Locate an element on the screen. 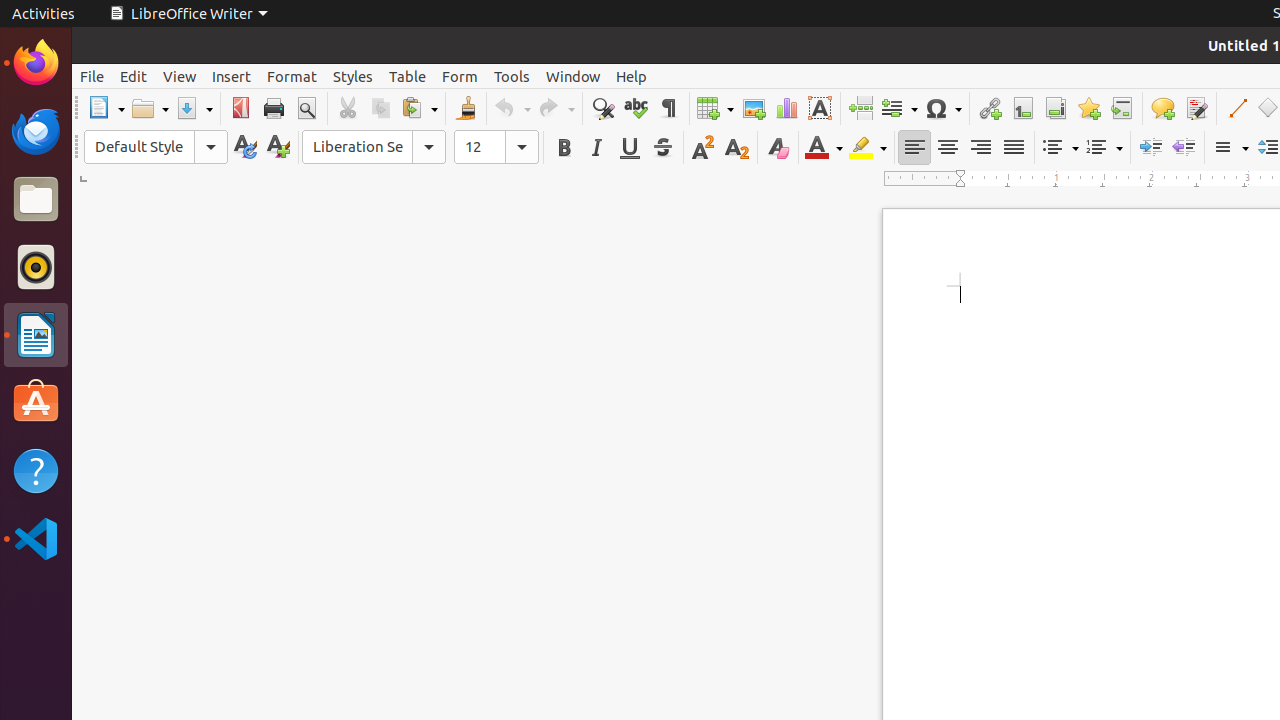  'Page Break' is located at coordinates (860, 108).